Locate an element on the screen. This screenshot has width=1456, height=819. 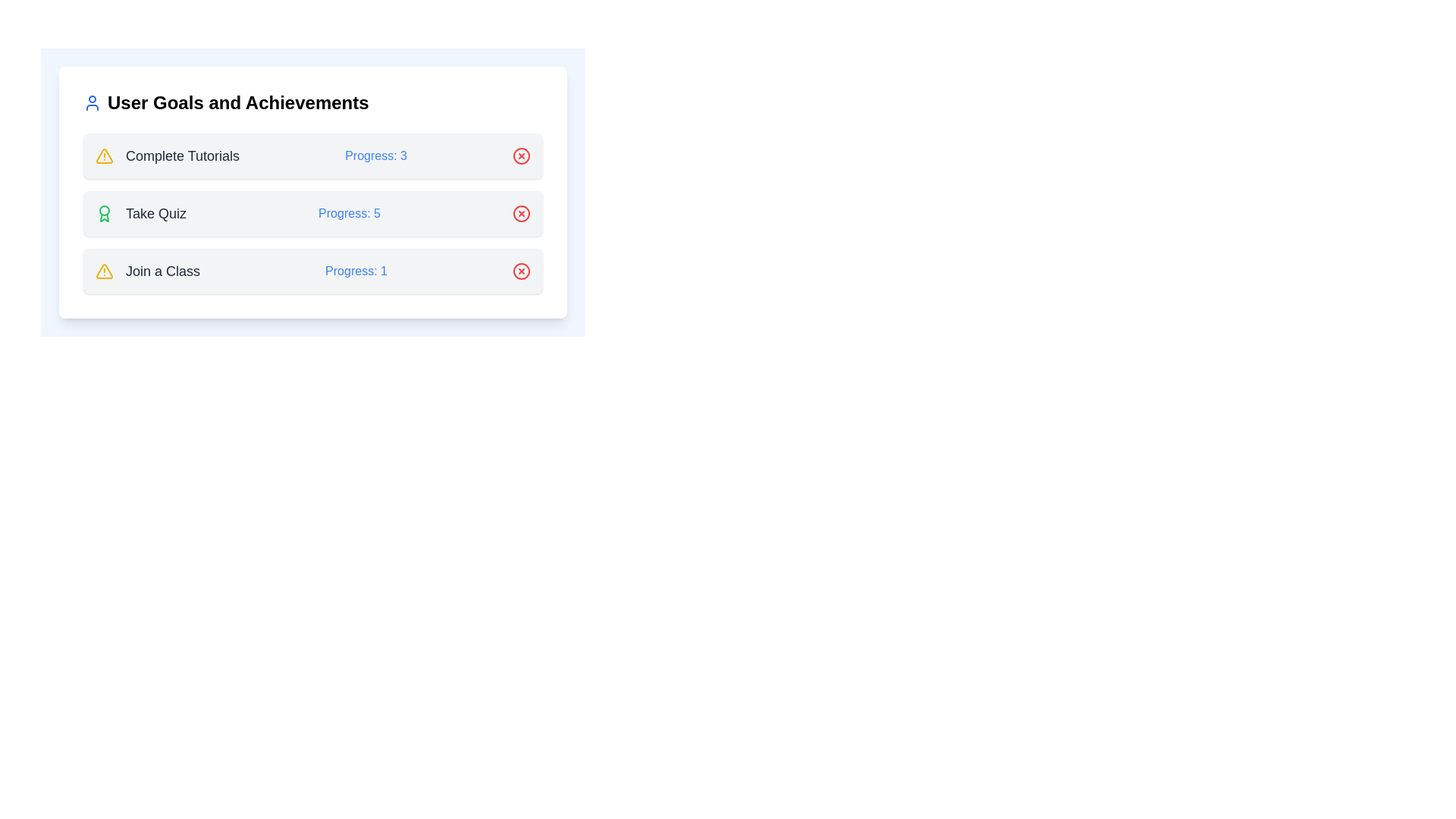
the delete button located in the second row next to the 'Take Quiz' text is located at coordinates (521, 213).